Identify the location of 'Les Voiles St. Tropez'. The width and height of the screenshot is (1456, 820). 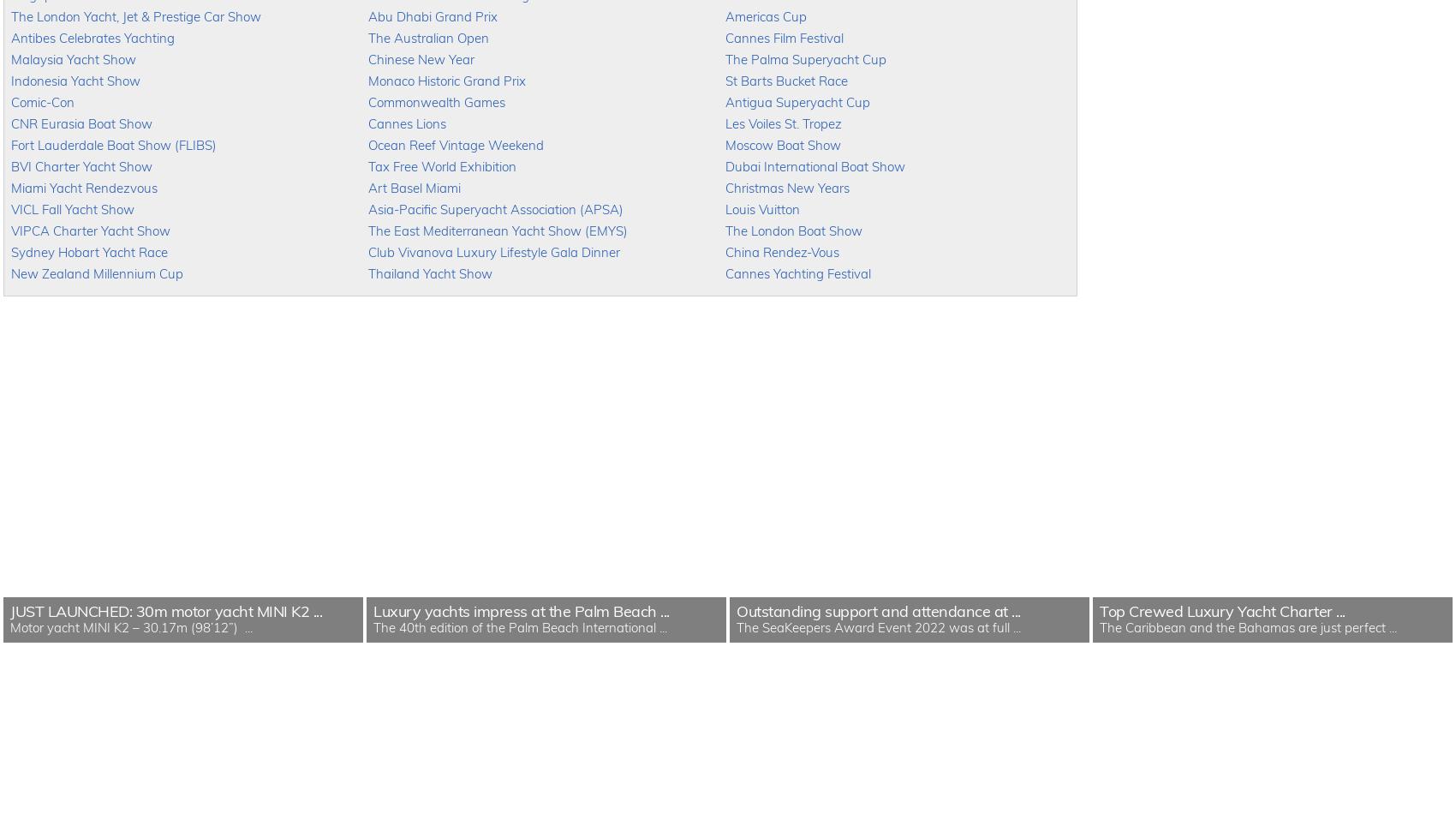
(724, 123).